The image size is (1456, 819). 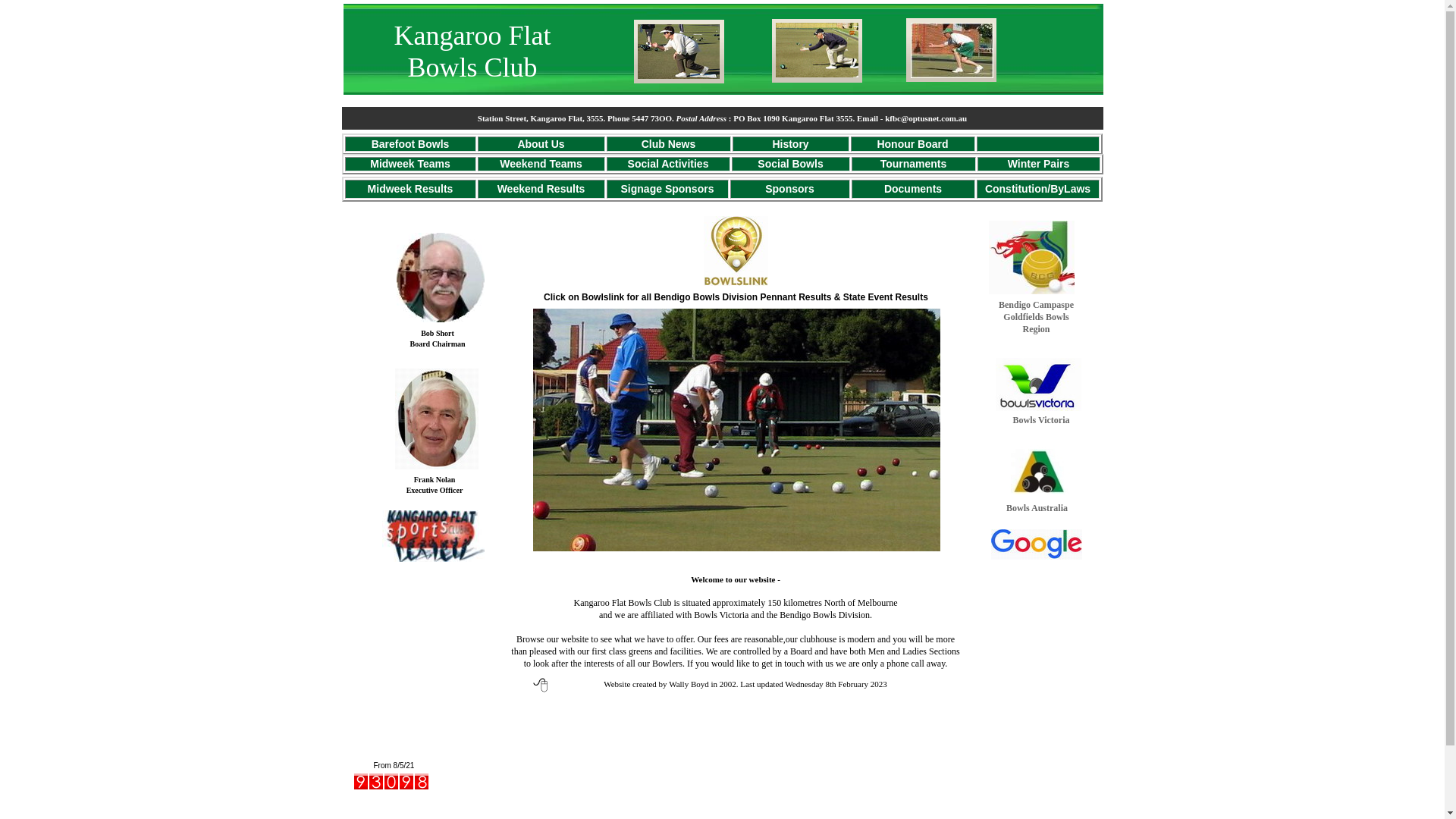 What do you see at coordinates (915, 163) in the screenshot?
I see `'ournaments'` at bounding box center [915, 163].